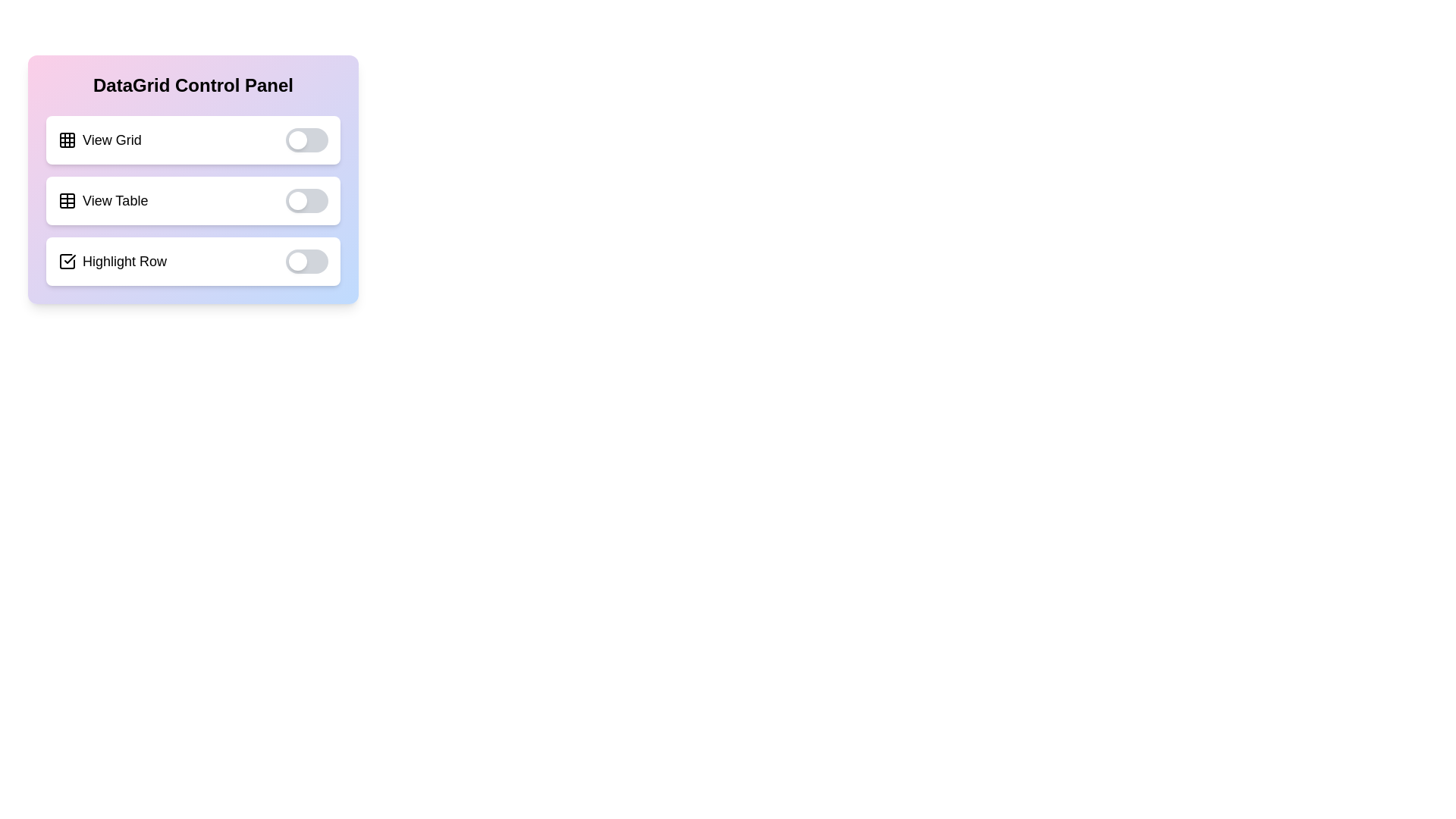 Image resolution: width=1456 pixels, height=819 pixels. I want to click on the 'Highlight Row' toggle switch to change its state, so click(306, 260).